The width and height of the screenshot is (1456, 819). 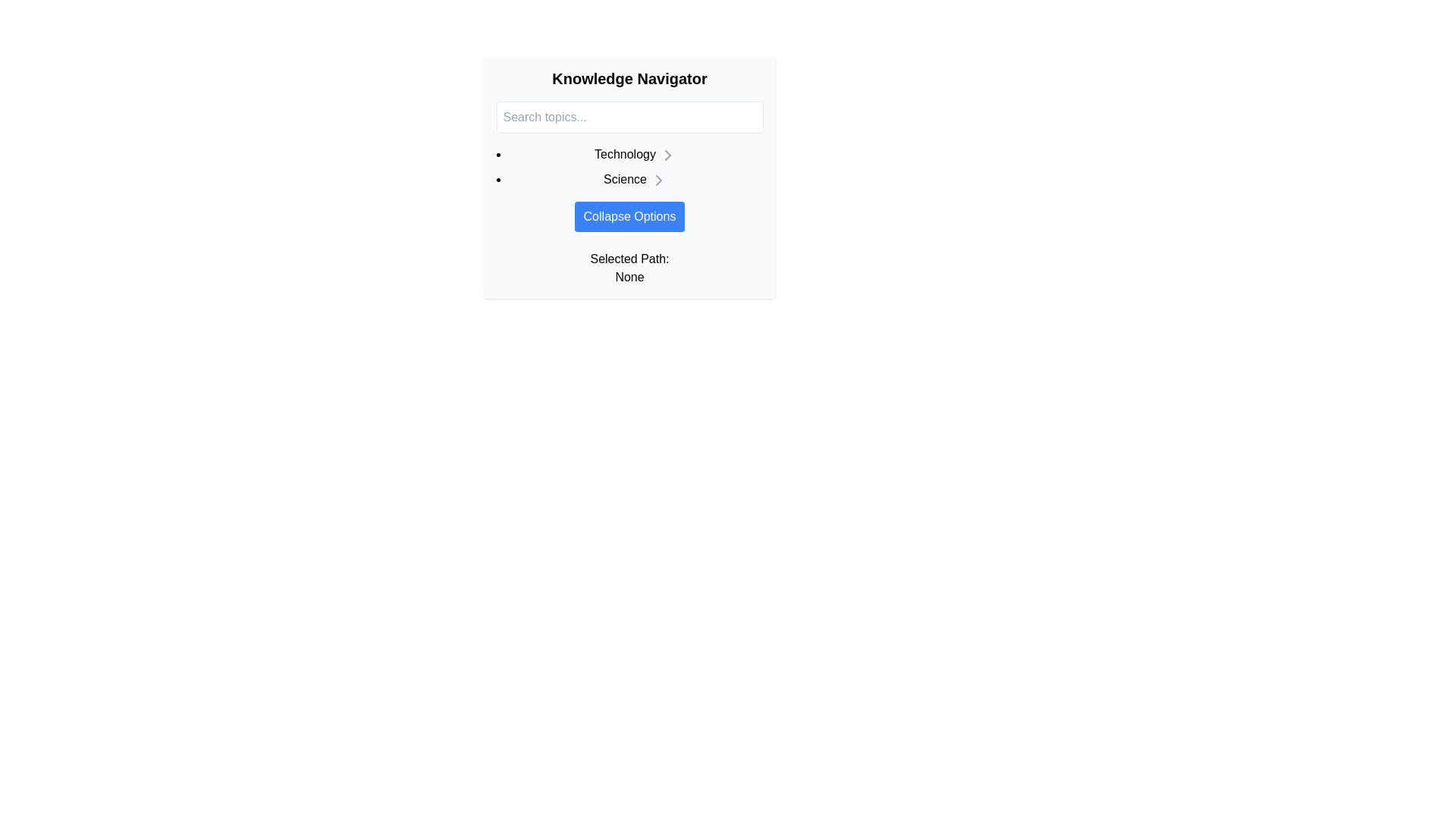 What do you see at coordinates (667, 155) in the screenshot?
I see `the SVG chevron icon, which is a triangular arrow pointing to the right, located immediately to the right of the 'Science' label in the vertical list` at bounding box center [667, 155].